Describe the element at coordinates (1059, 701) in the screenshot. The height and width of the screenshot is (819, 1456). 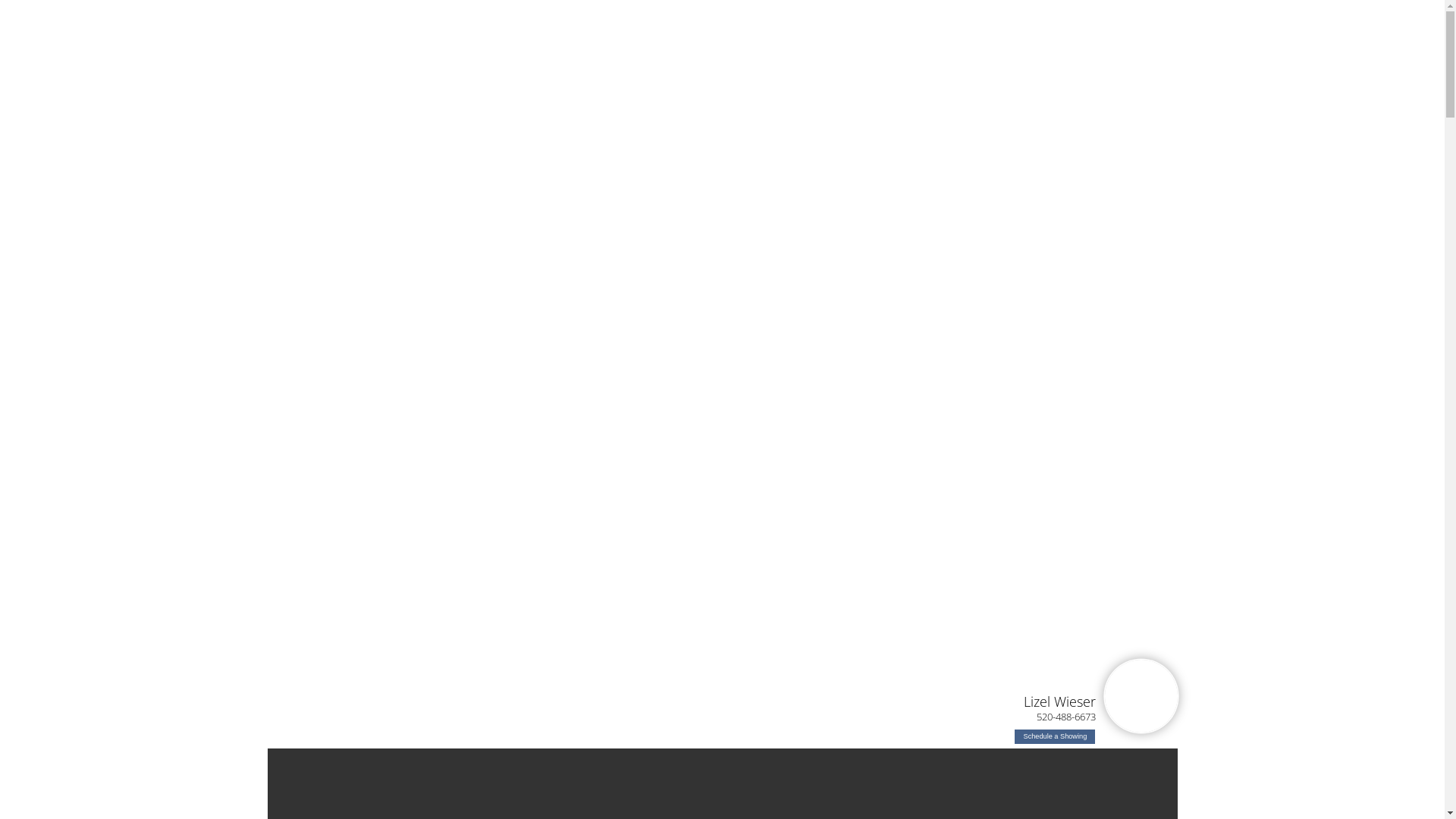
I see `'Lizel Wieser'` at that location.